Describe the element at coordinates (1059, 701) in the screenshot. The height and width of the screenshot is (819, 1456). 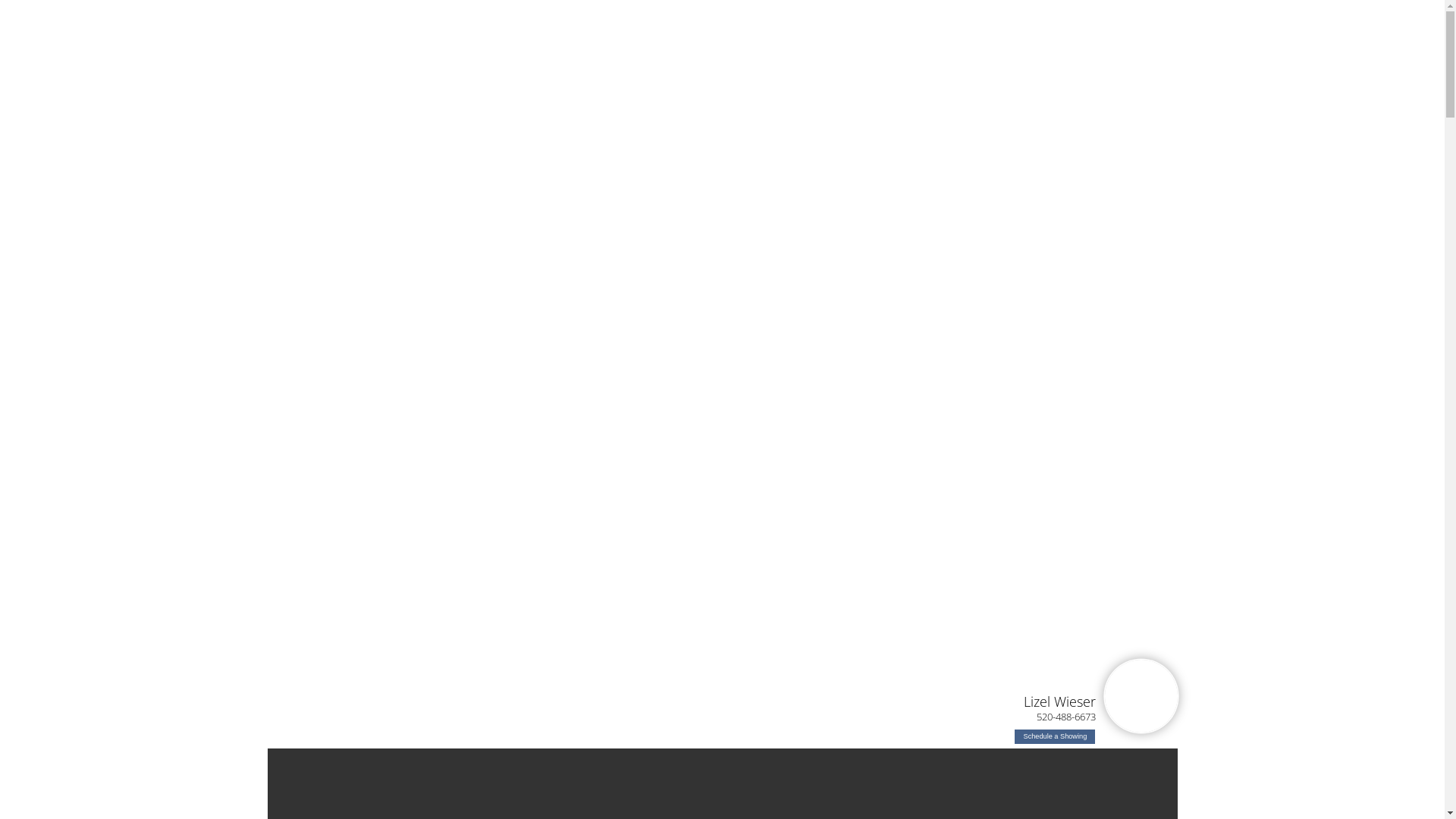
I see `'Lizel Wieser'` at that location.